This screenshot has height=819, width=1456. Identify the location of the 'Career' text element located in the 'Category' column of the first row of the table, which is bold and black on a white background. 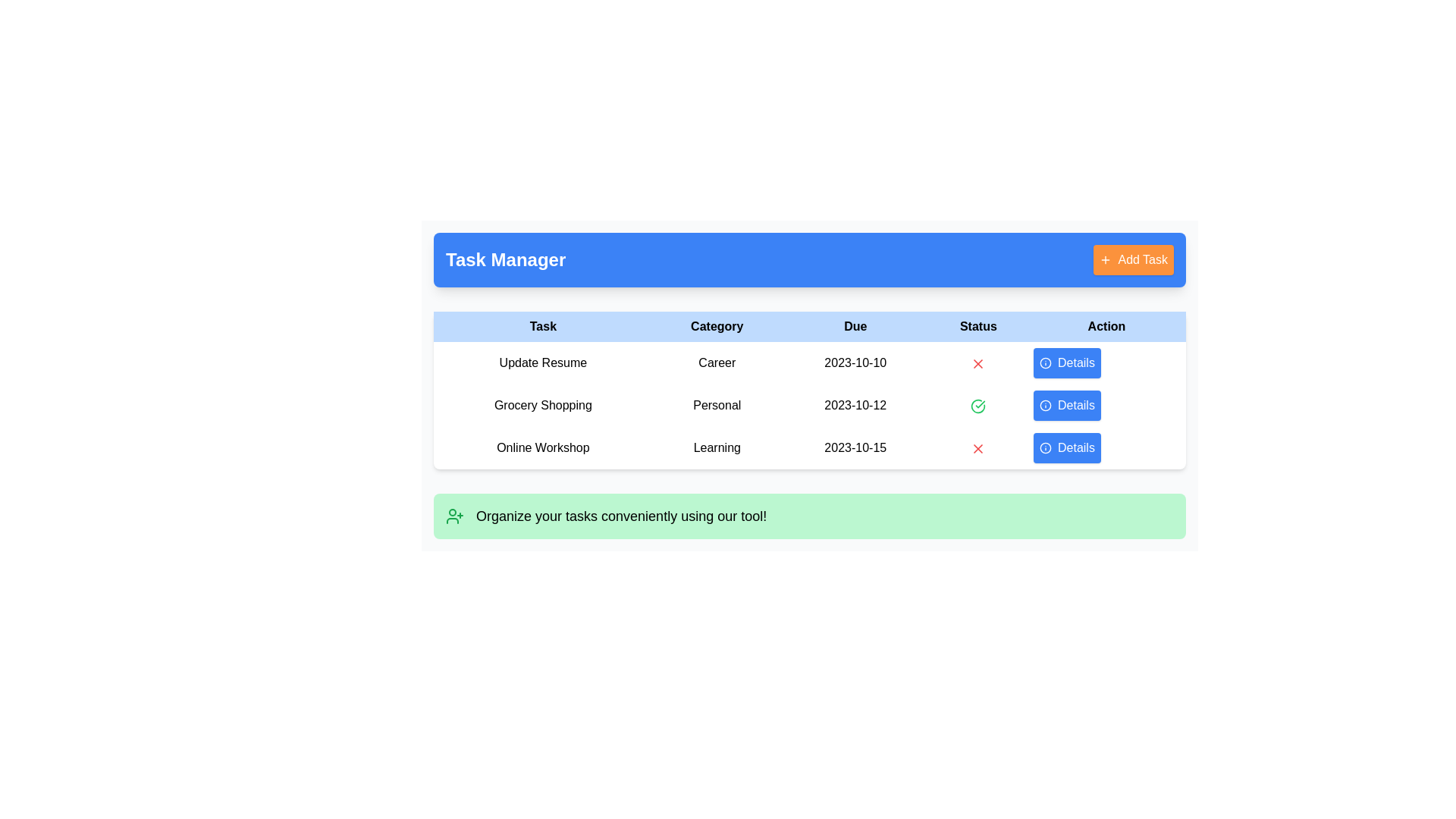
(716, 362).